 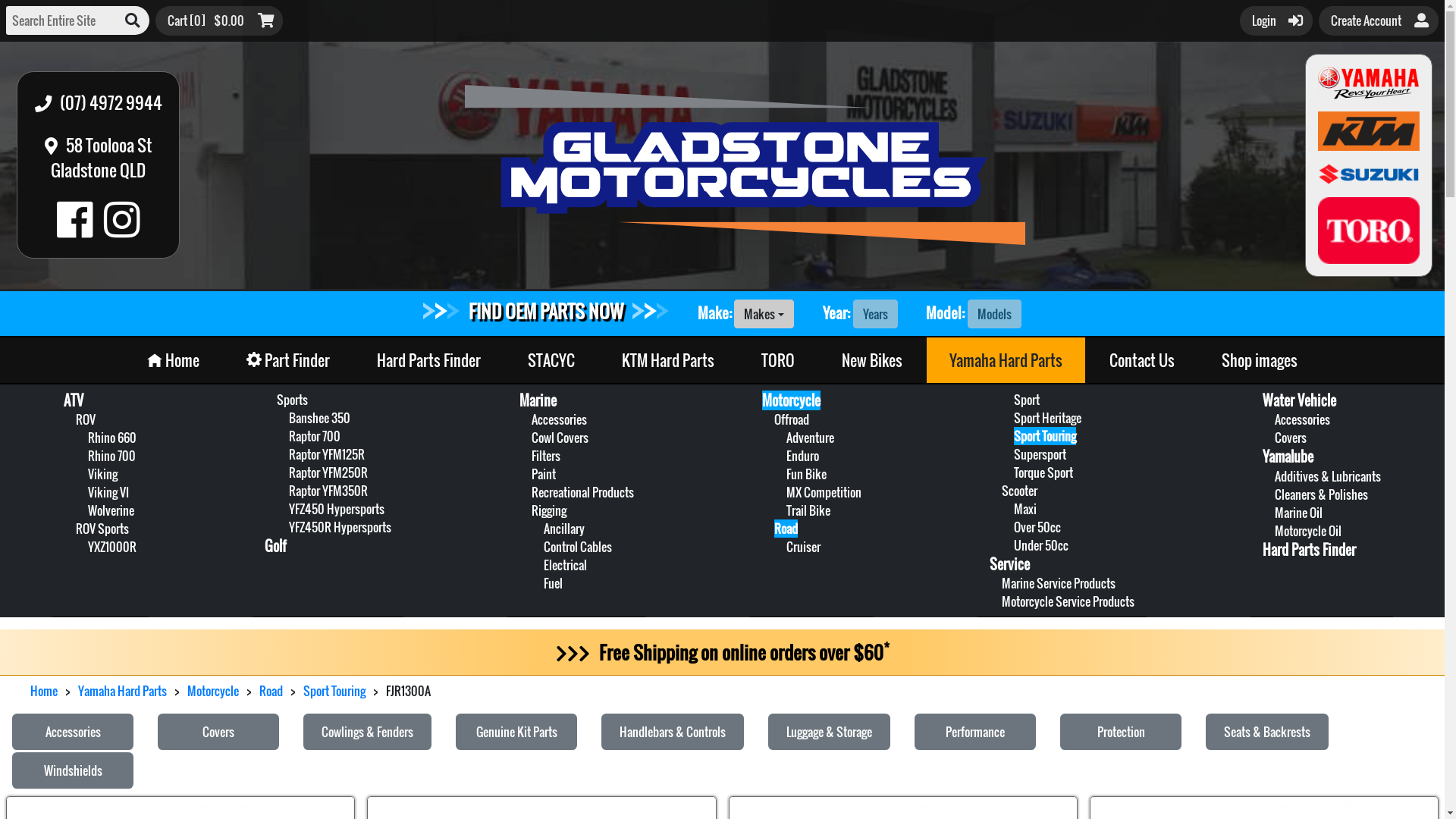 What do you see at coordinates (1308, 550) in the screenshot?
I see `'Hard Parts Finder'` at bounding box center [1308, 550].